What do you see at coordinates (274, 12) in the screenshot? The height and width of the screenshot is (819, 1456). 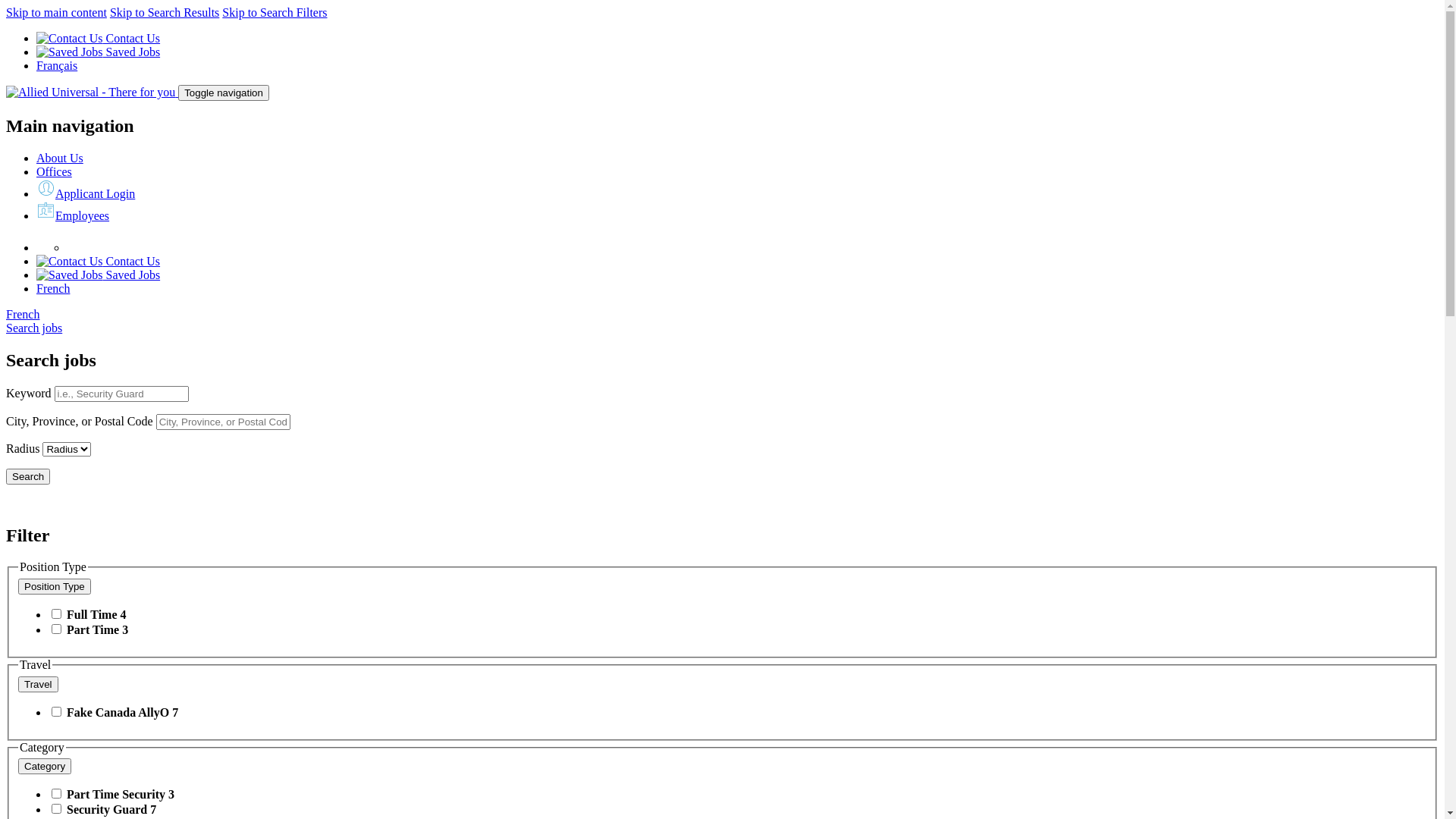 I see `'Skip to Search Filters'` at bounding box center [274, 12].